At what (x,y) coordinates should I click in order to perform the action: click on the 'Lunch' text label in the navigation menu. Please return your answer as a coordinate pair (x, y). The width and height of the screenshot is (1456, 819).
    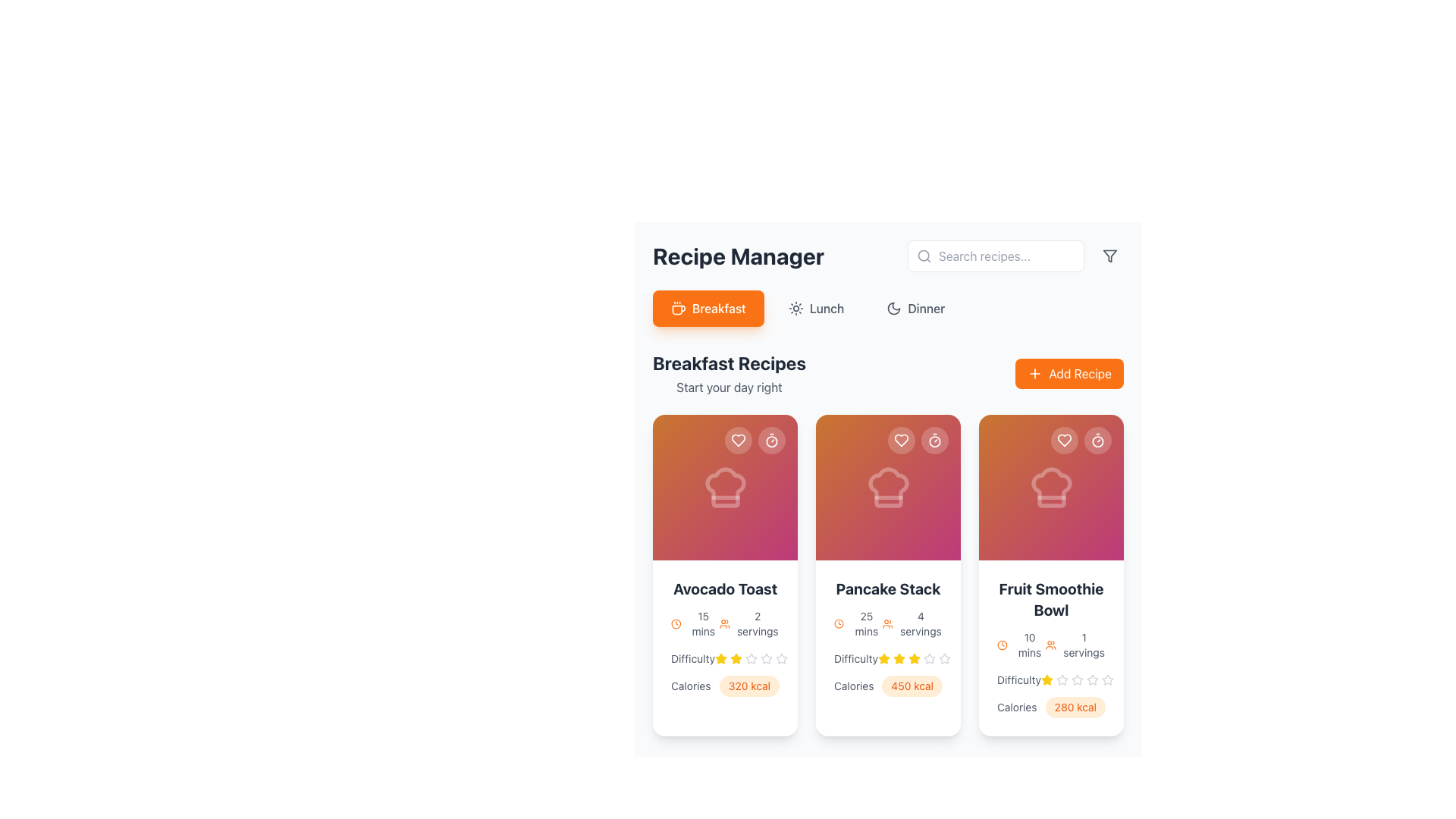
    Looking at the image, I should click on (826, 308).